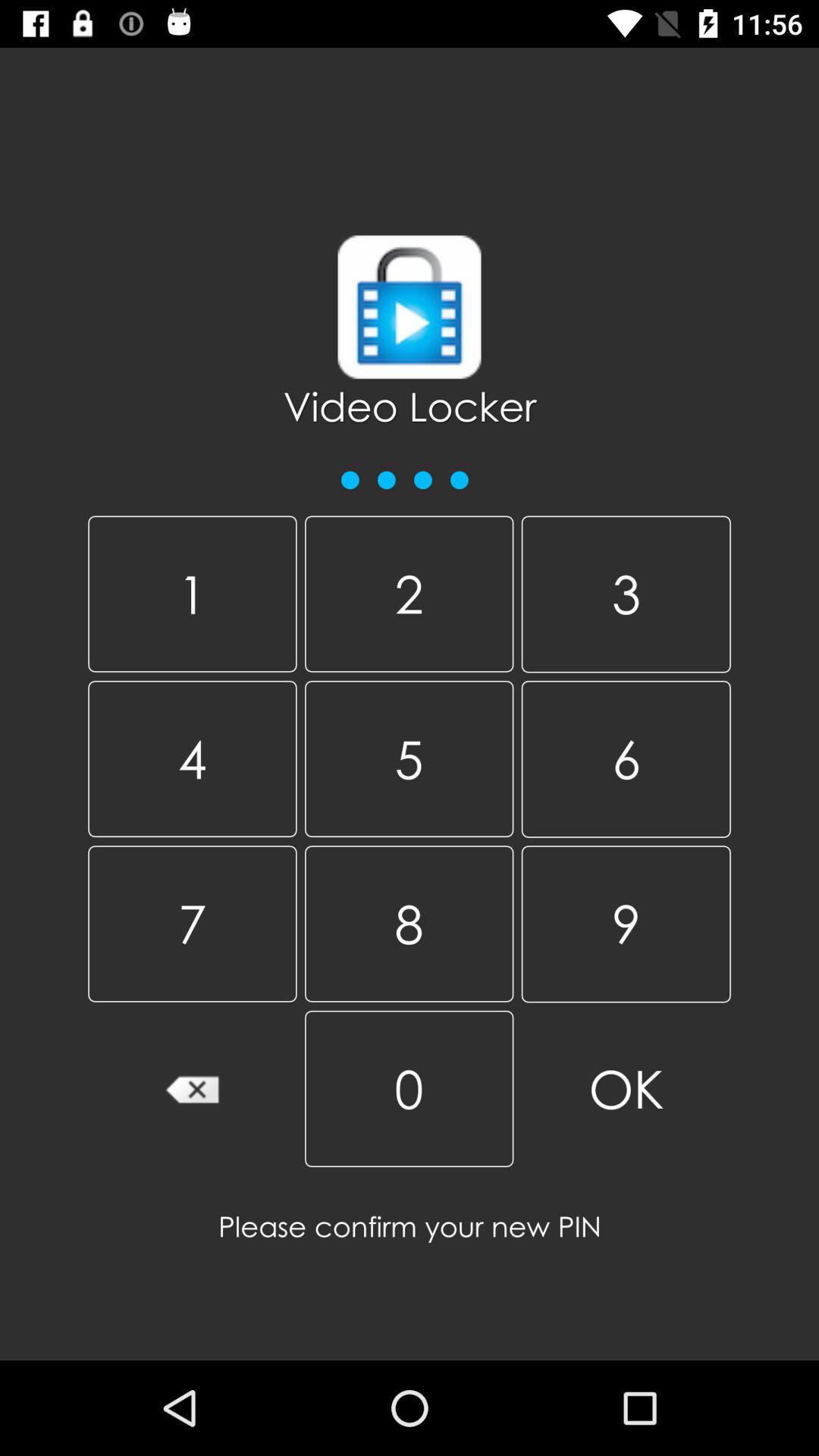 This screenshot has width=819, height=1456. Describe the element at coordinates (408, 758) in the screenshot. I see `the item above 7 icon` at that location.